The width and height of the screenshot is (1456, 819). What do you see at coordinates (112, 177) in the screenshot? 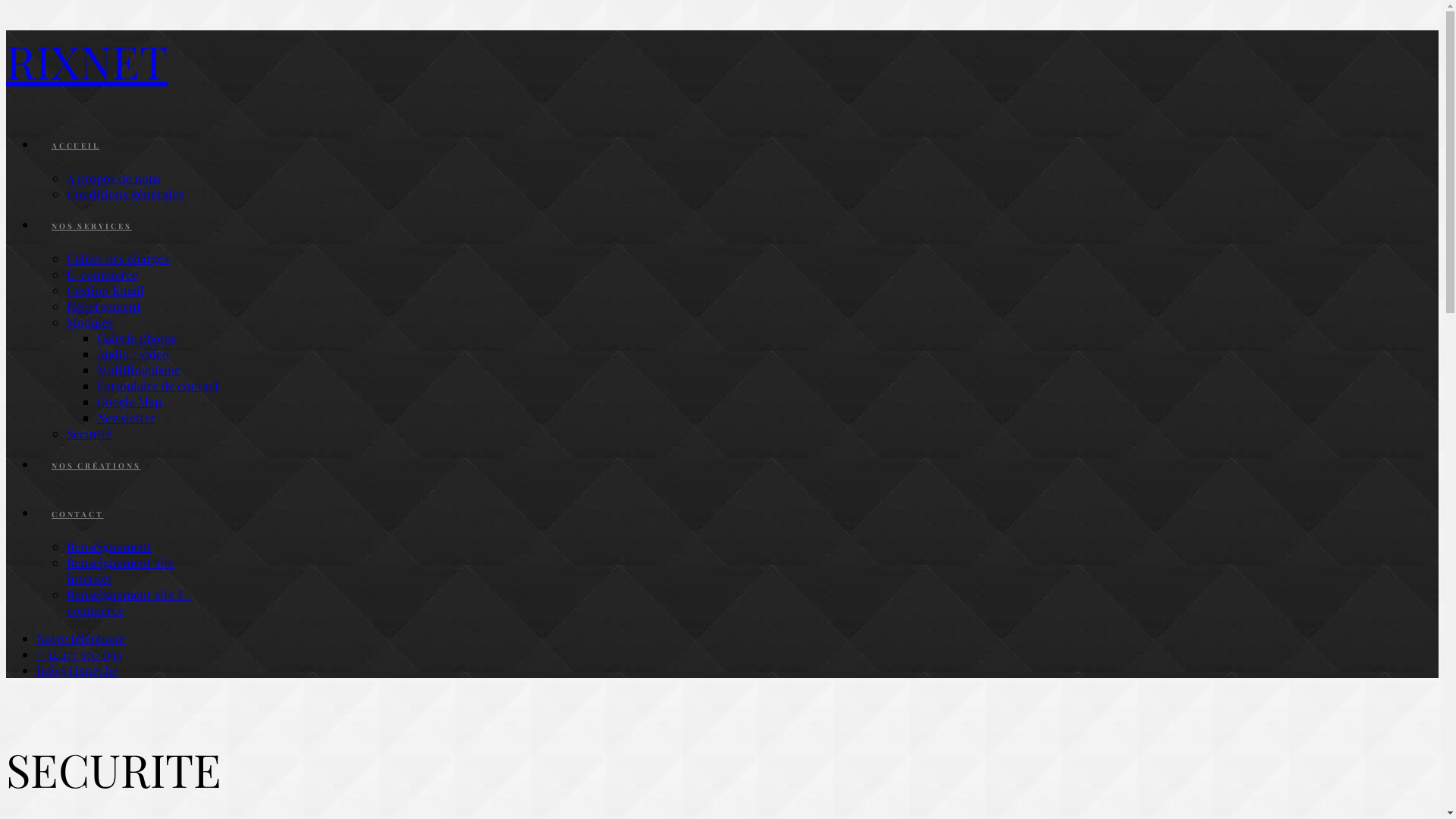
I see `'A propos de nous'` at bounding box center [112, 177].